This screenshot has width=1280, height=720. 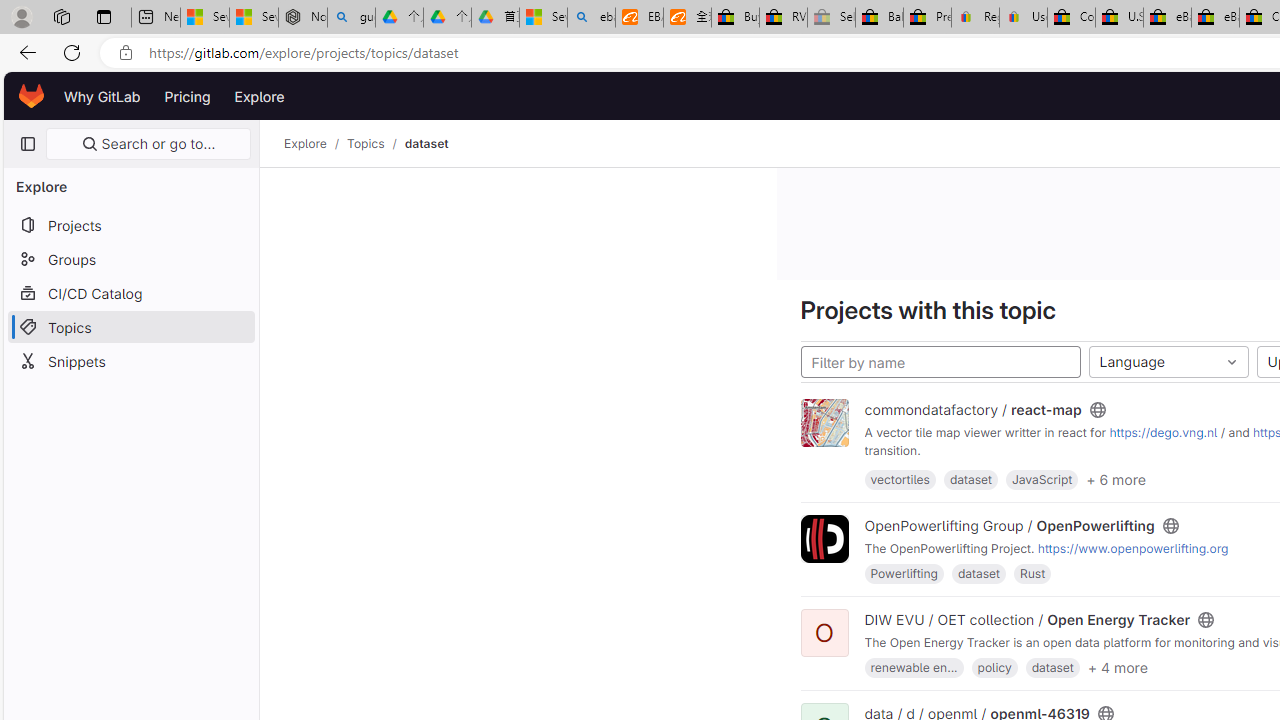 I want to click on 'Back', so click(x=24, y=51).